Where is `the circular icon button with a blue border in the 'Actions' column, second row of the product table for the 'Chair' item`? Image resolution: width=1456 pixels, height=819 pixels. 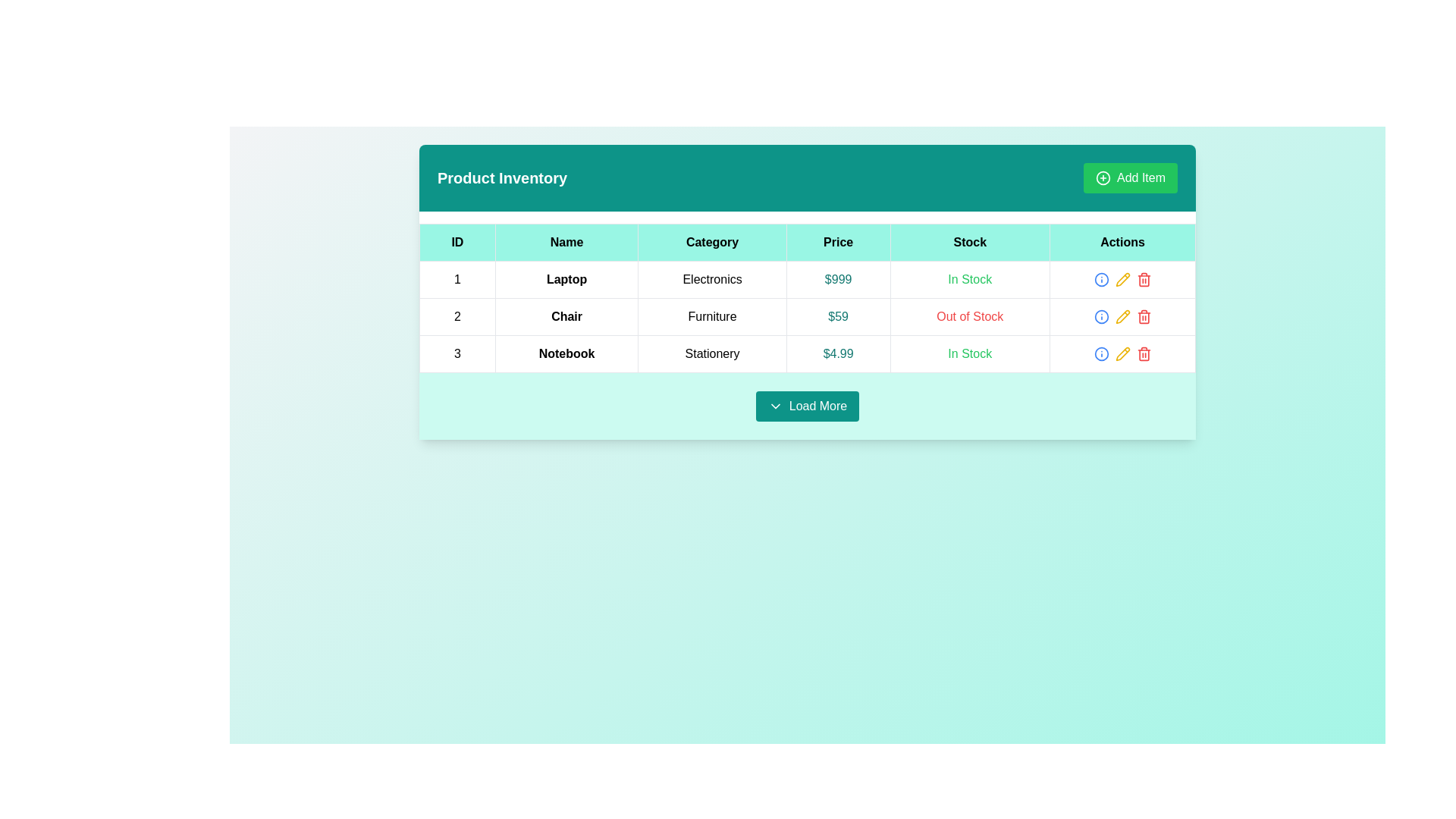
the circular icon button with a blue border in the 'Actions' column, second row of the product table for the 'Chair' item is located at coordinates (1101, 315).